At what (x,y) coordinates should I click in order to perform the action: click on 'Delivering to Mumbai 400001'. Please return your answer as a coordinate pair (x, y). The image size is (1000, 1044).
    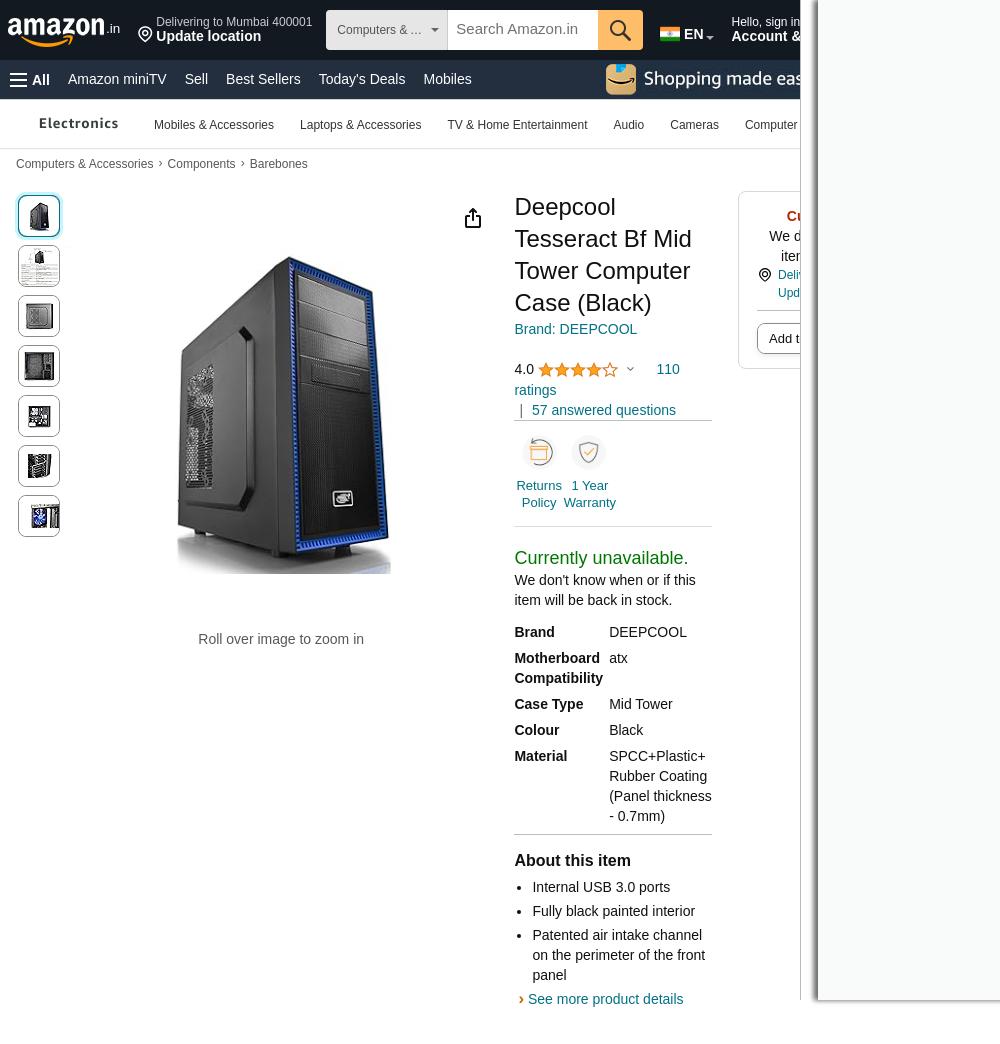
    Looking at the image, I should click on (233, 21).